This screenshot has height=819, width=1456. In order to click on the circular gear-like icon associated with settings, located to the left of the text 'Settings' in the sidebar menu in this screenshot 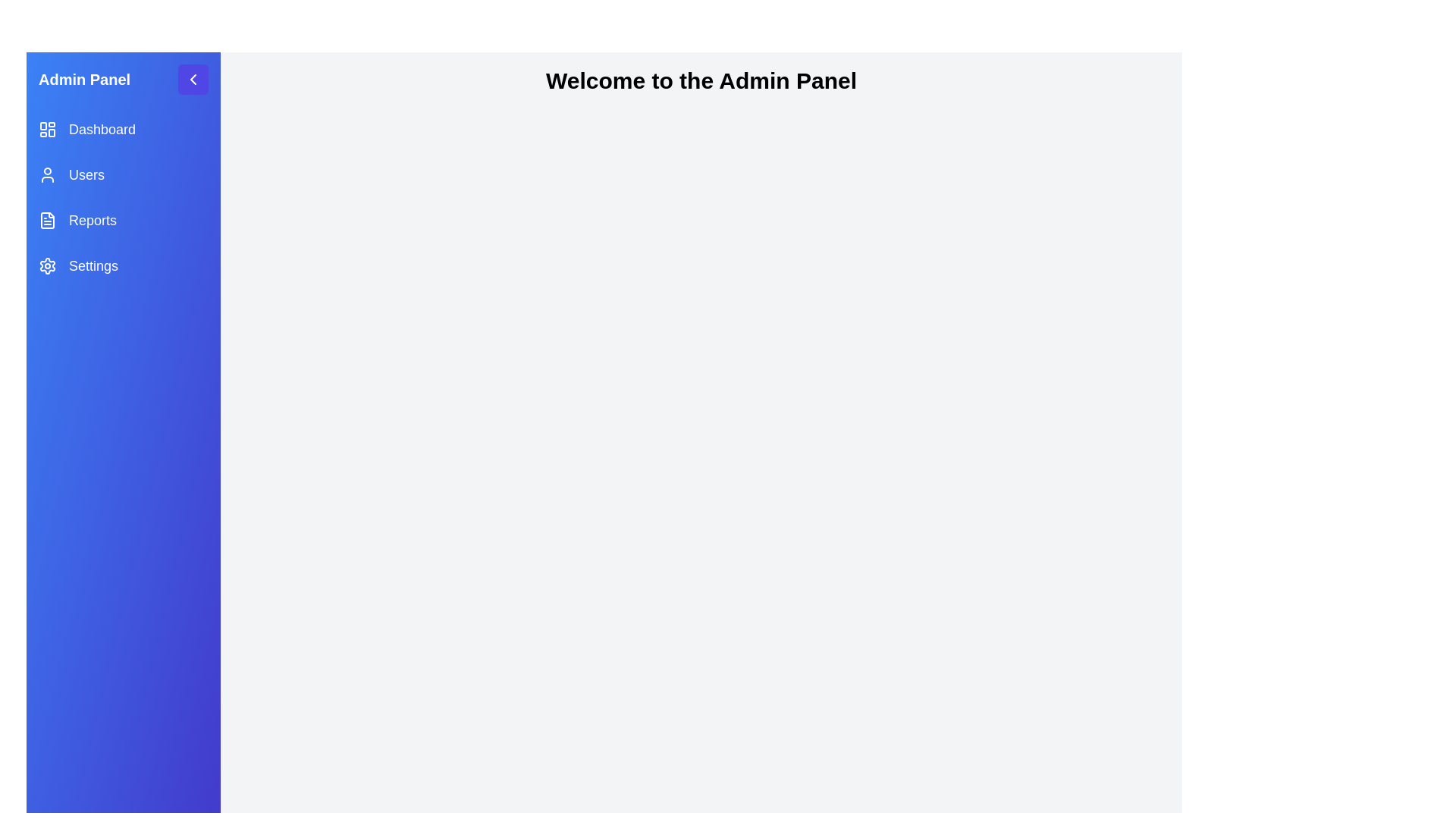, I will do `click(47, 265)`.